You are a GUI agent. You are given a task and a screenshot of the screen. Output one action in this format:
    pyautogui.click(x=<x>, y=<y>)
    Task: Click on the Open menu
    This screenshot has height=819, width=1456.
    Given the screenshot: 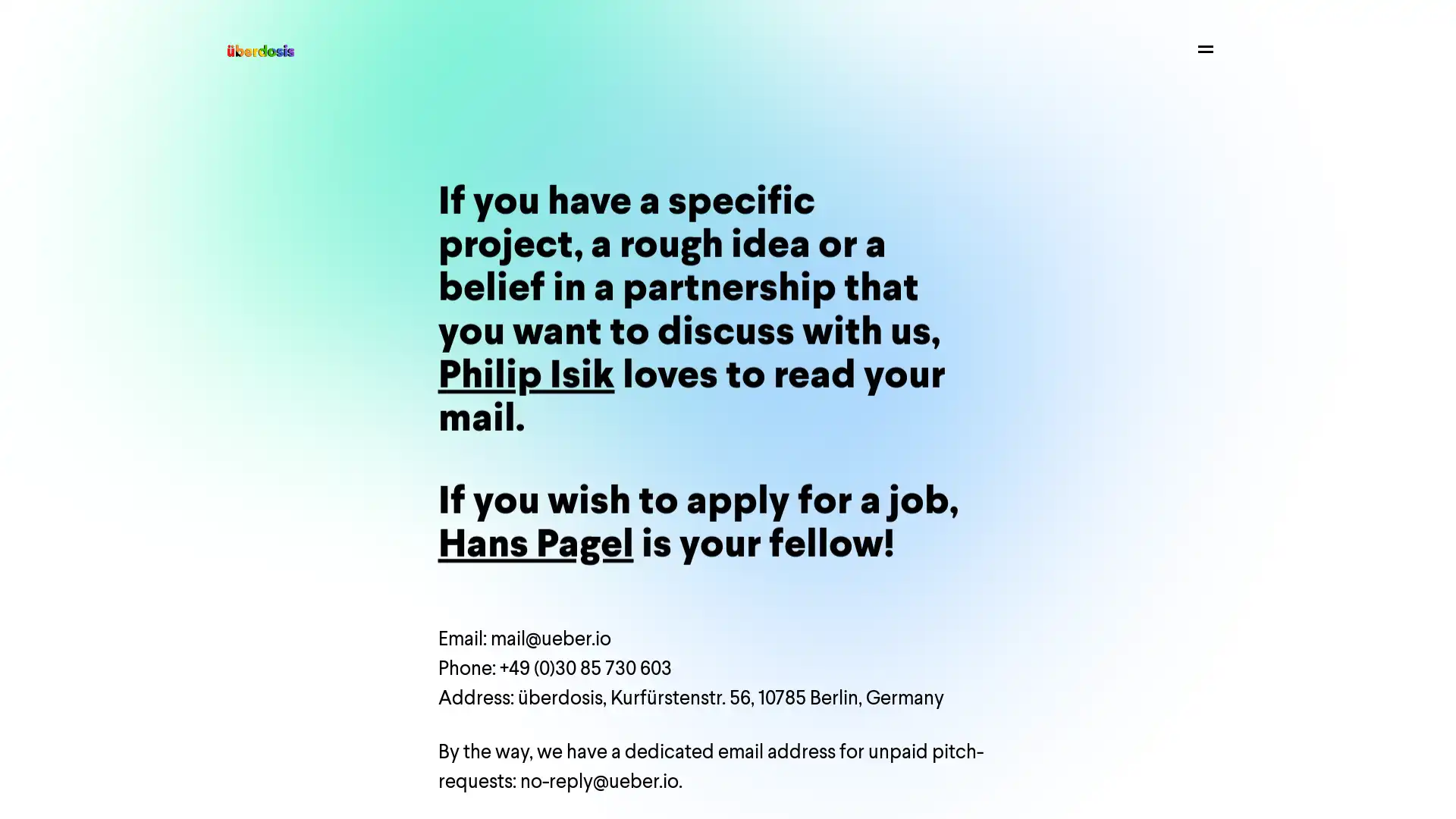 What is the action you would take?
    pyautogui.click(x=1204, y=48)
    